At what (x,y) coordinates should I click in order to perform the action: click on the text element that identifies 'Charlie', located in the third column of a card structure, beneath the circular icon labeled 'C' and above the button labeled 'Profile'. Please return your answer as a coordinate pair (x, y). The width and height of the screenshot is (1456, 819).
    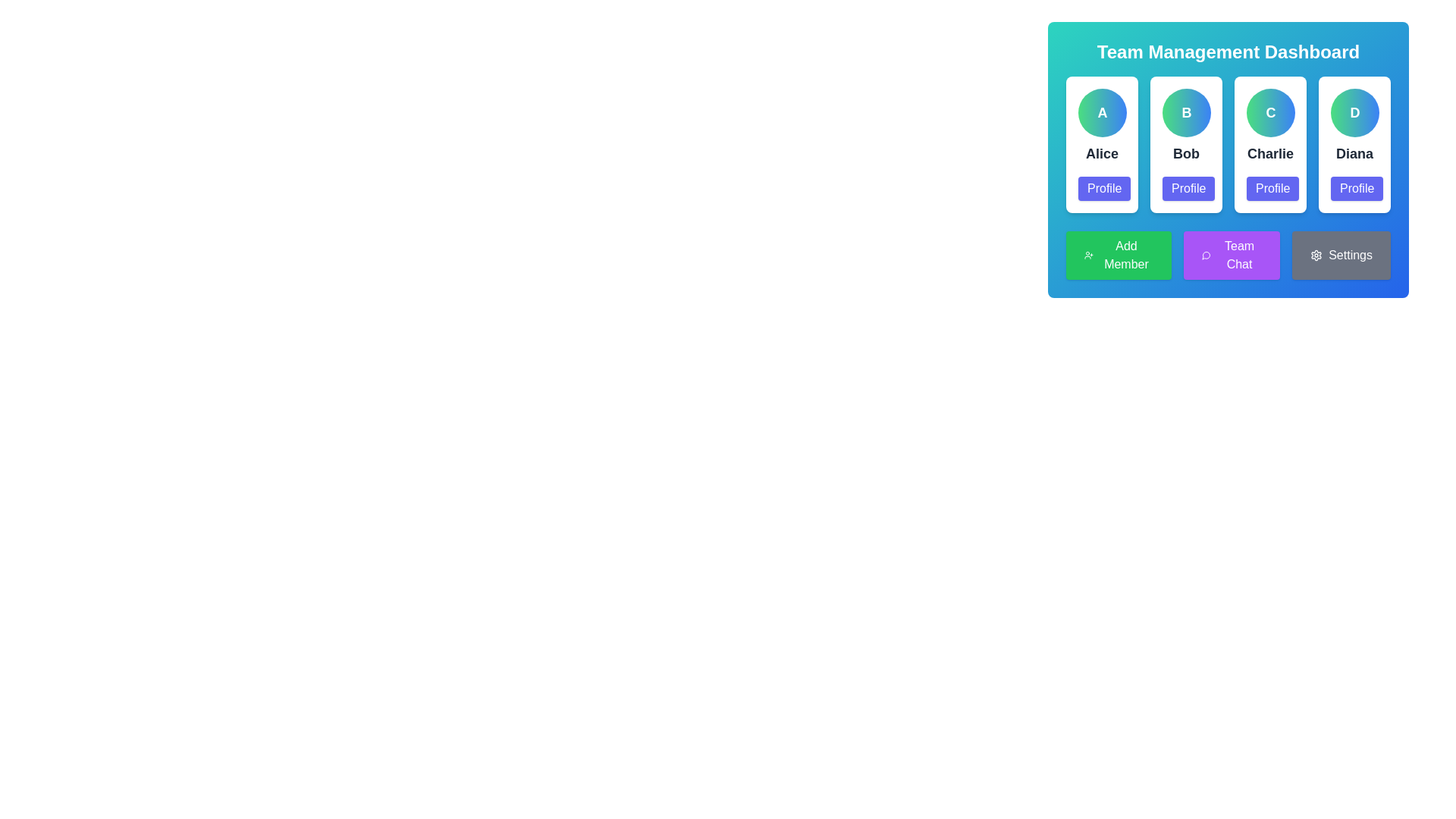
    Looking at the image, I should click on (1270, 154).